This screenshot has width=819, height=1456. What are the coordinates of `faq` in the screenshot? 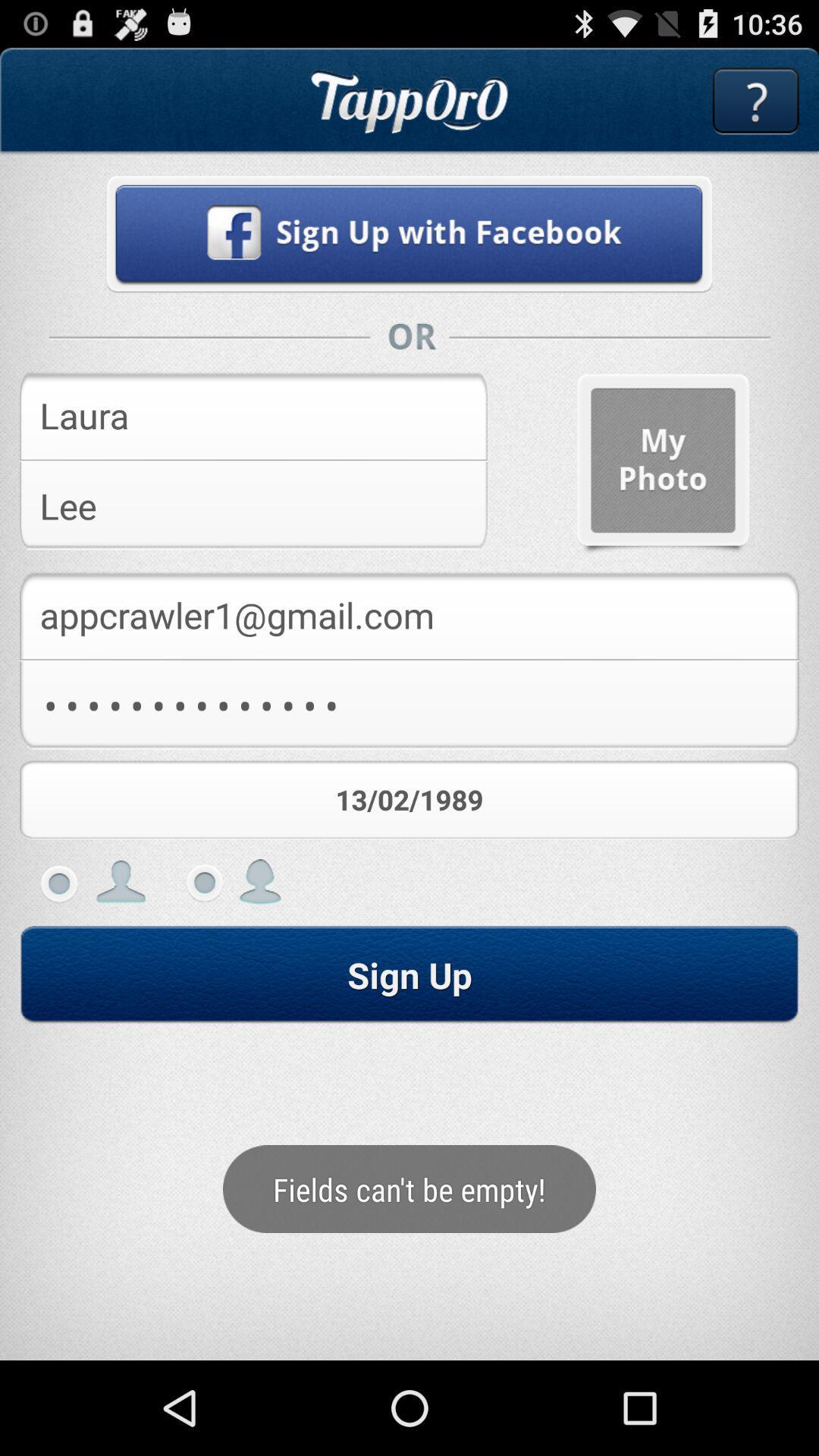 It's located at (755, 100).